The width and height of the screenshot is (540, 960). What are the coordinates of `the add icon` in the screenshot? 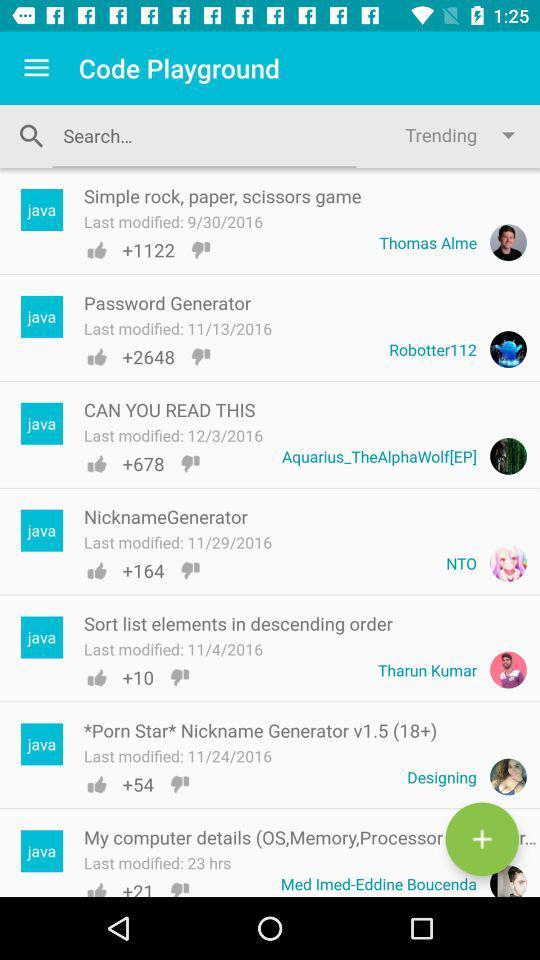 It's located at (481, 839).